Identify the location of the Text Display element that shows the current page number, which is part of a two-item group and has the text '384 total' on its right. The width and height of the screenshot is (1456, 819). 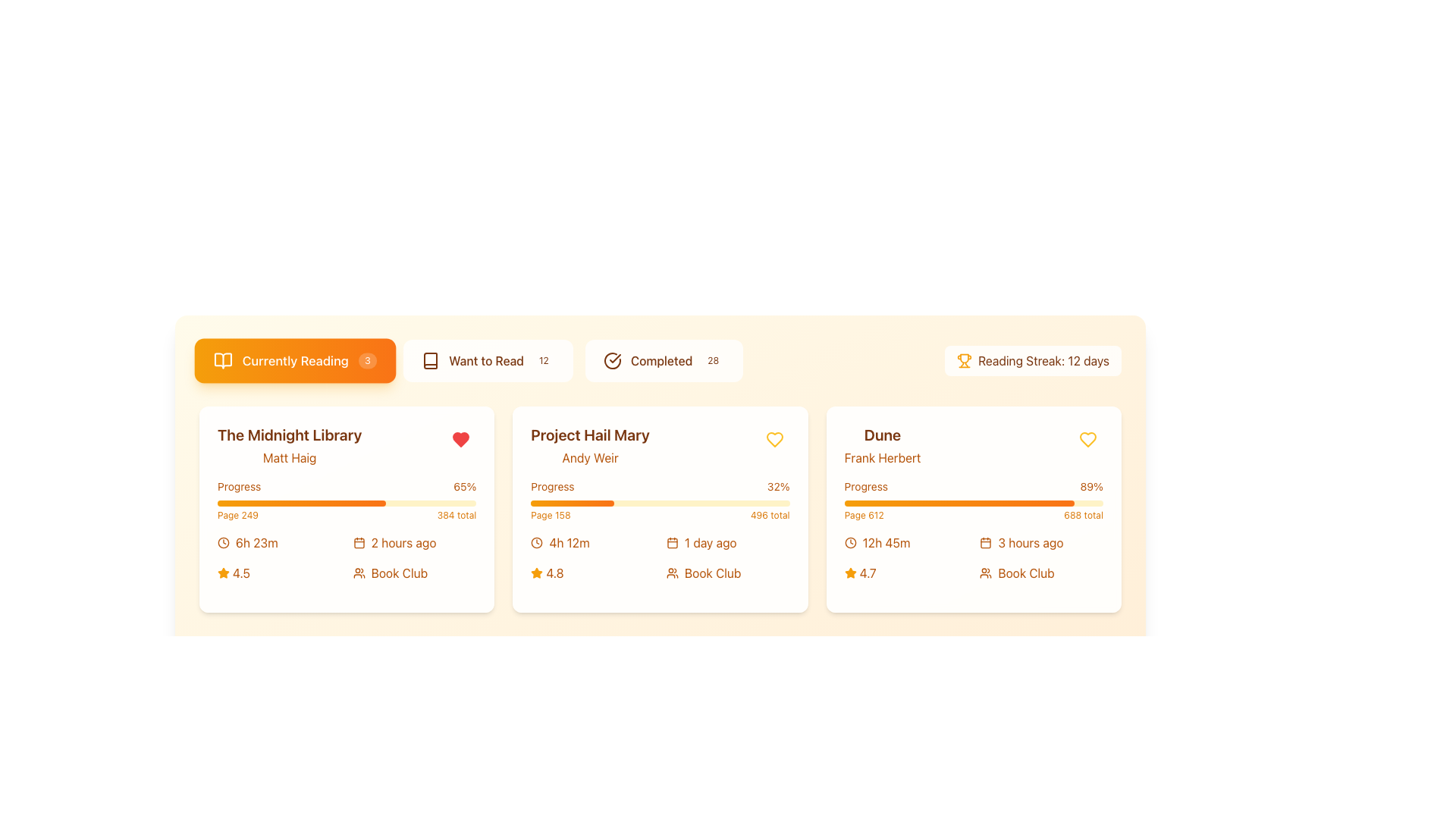
(237, 514).